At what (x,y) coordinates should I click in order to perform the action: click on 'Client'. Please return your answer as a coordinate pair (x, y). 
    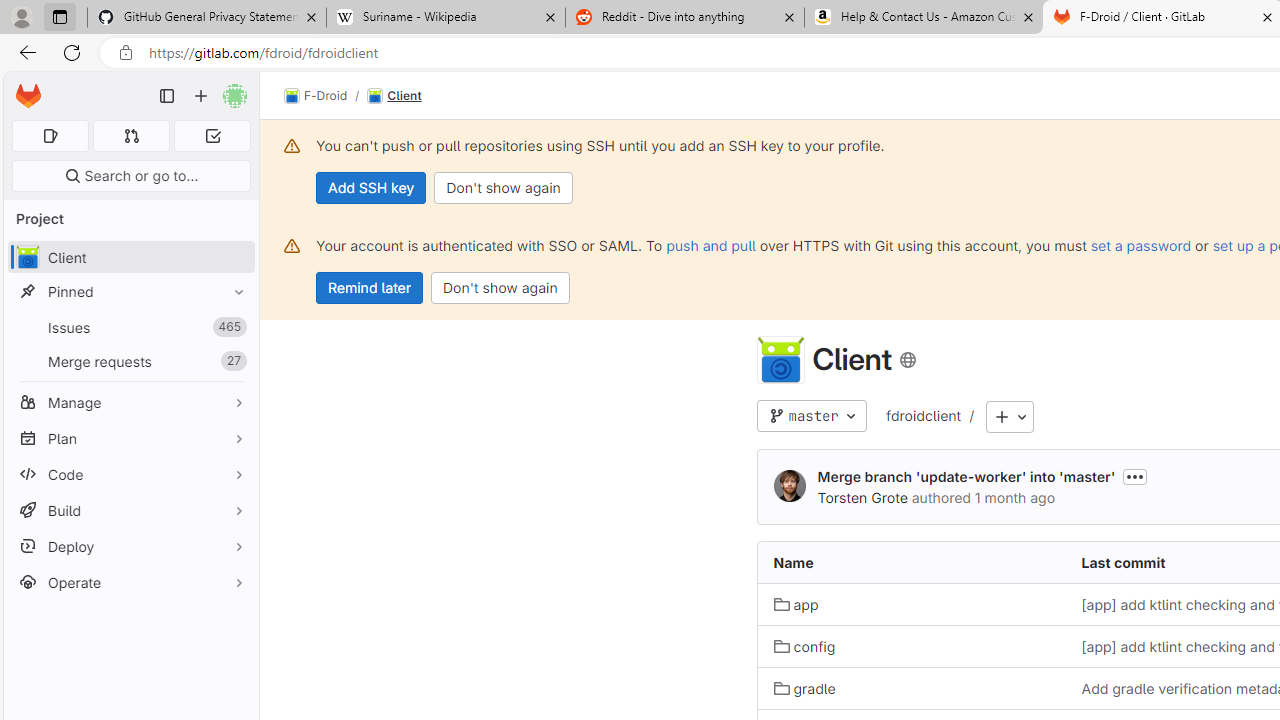
    Looking at the image, I should click on (394, 96).